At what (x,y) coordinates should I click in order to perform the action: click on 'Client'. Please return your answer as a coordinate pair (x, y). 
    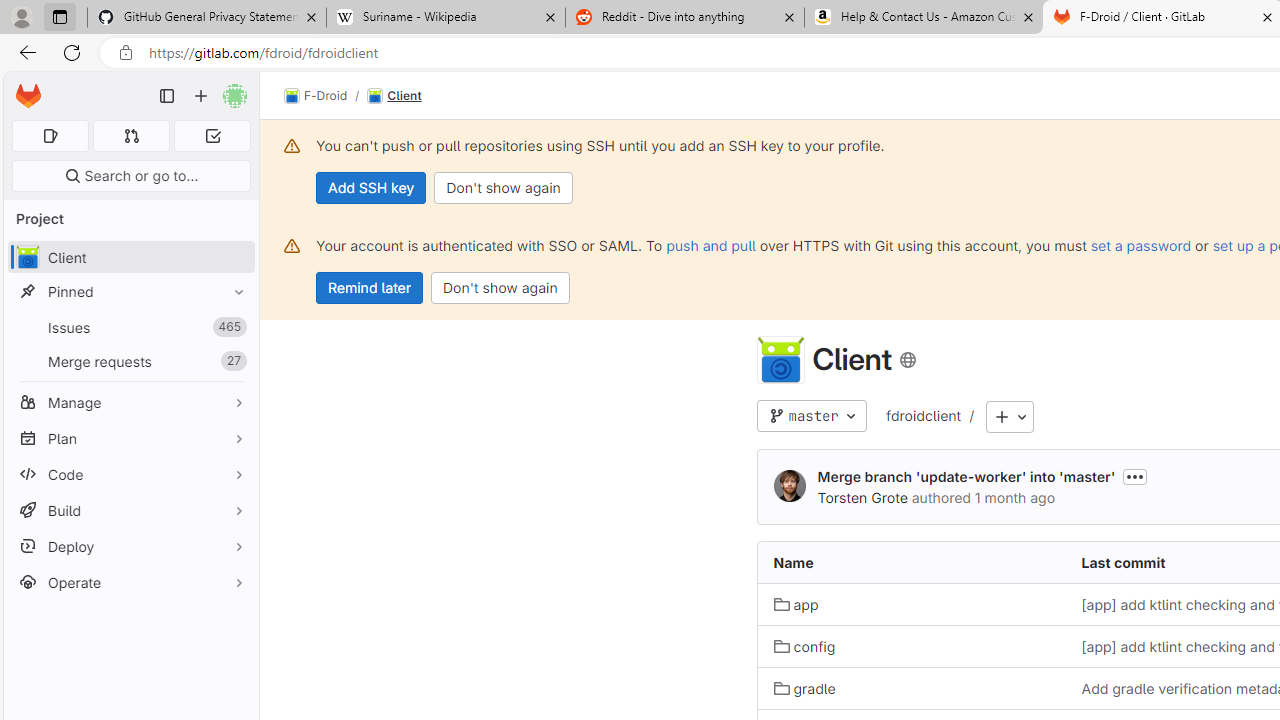
    Looking at the image, I should click on (394, 96).